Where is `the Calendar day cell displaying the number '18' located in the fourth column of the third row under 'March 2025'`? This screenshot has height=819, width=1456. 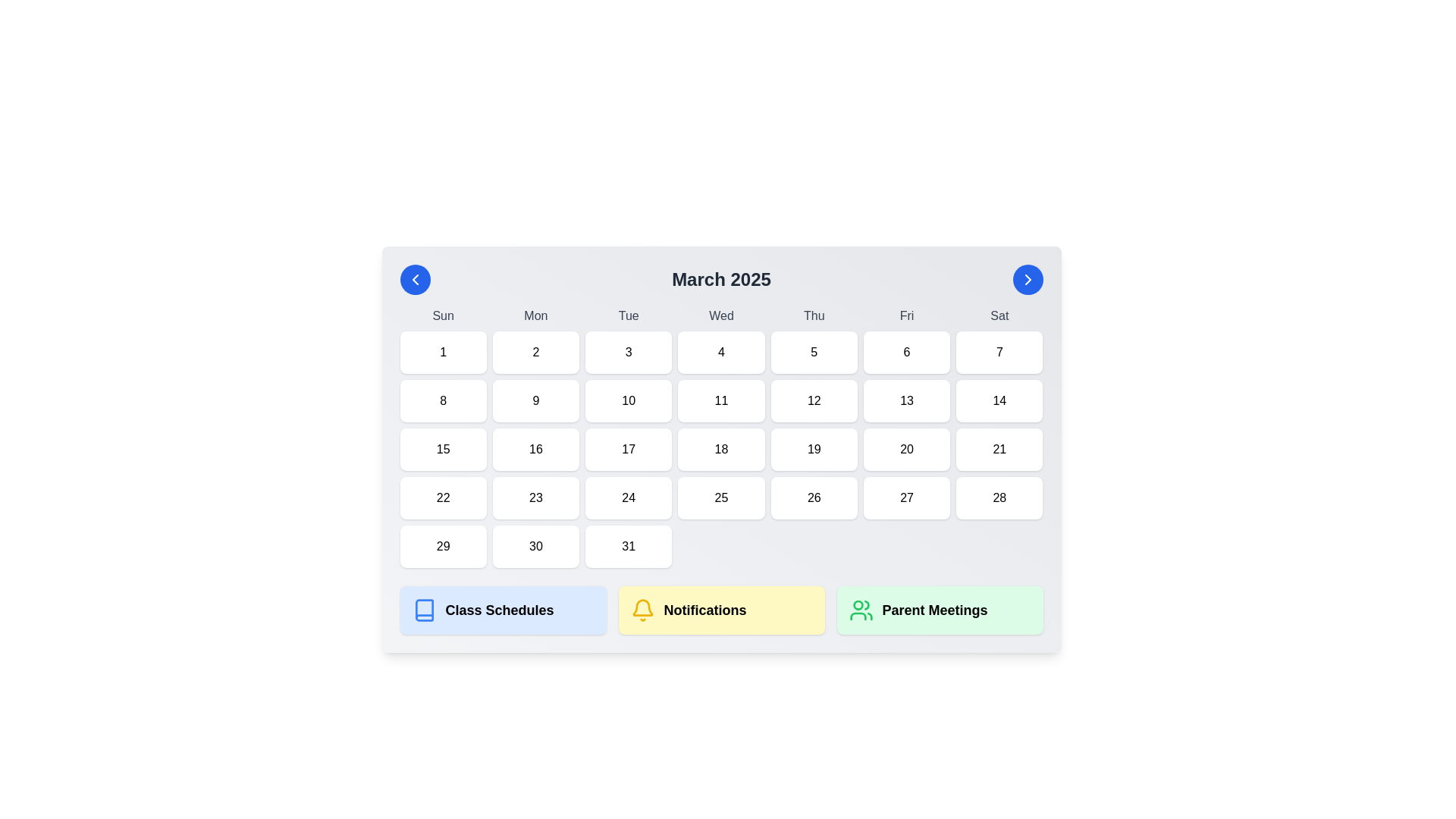
the Calendar day cell displaying the number '18' located in the fourth column of the third row under 'March 2025' is located at coordinates (720, 449).